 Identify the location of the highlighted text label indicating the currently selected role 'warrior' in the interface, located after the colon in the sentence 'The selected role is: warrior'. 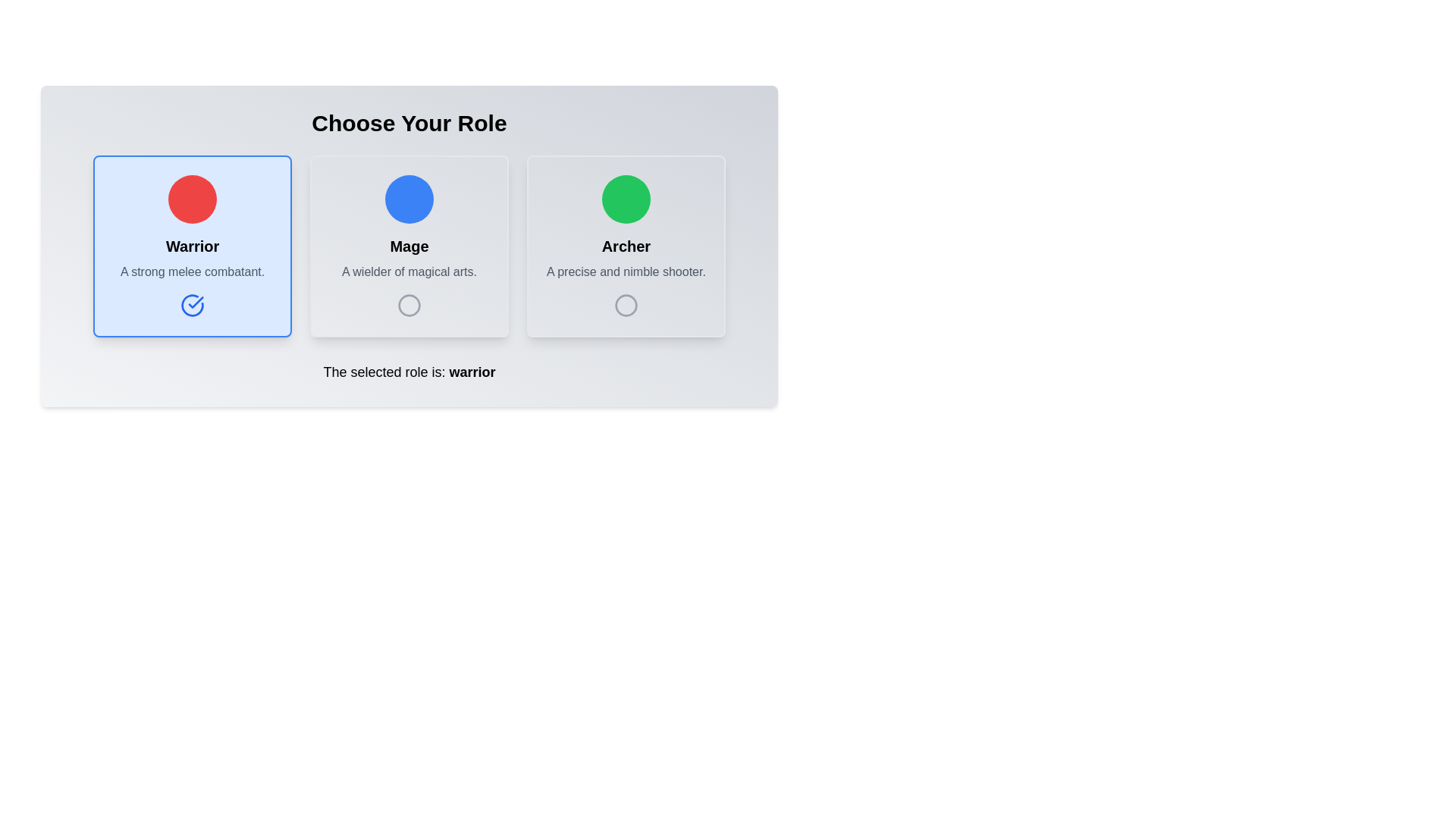
(472, 372).